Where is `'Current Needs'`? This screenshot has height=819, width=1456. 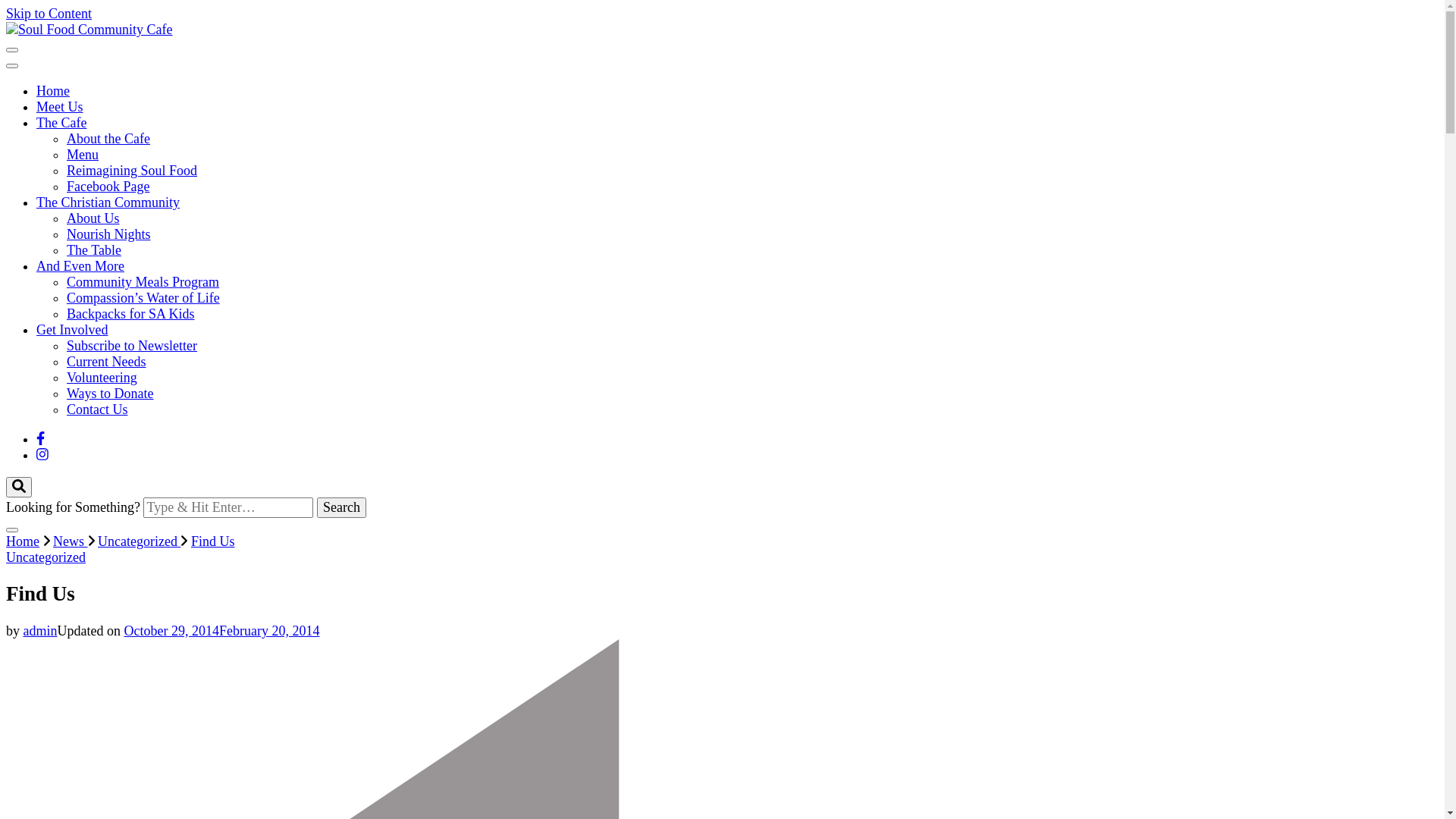
'Current Needs' is located at coordinates (65, 362).